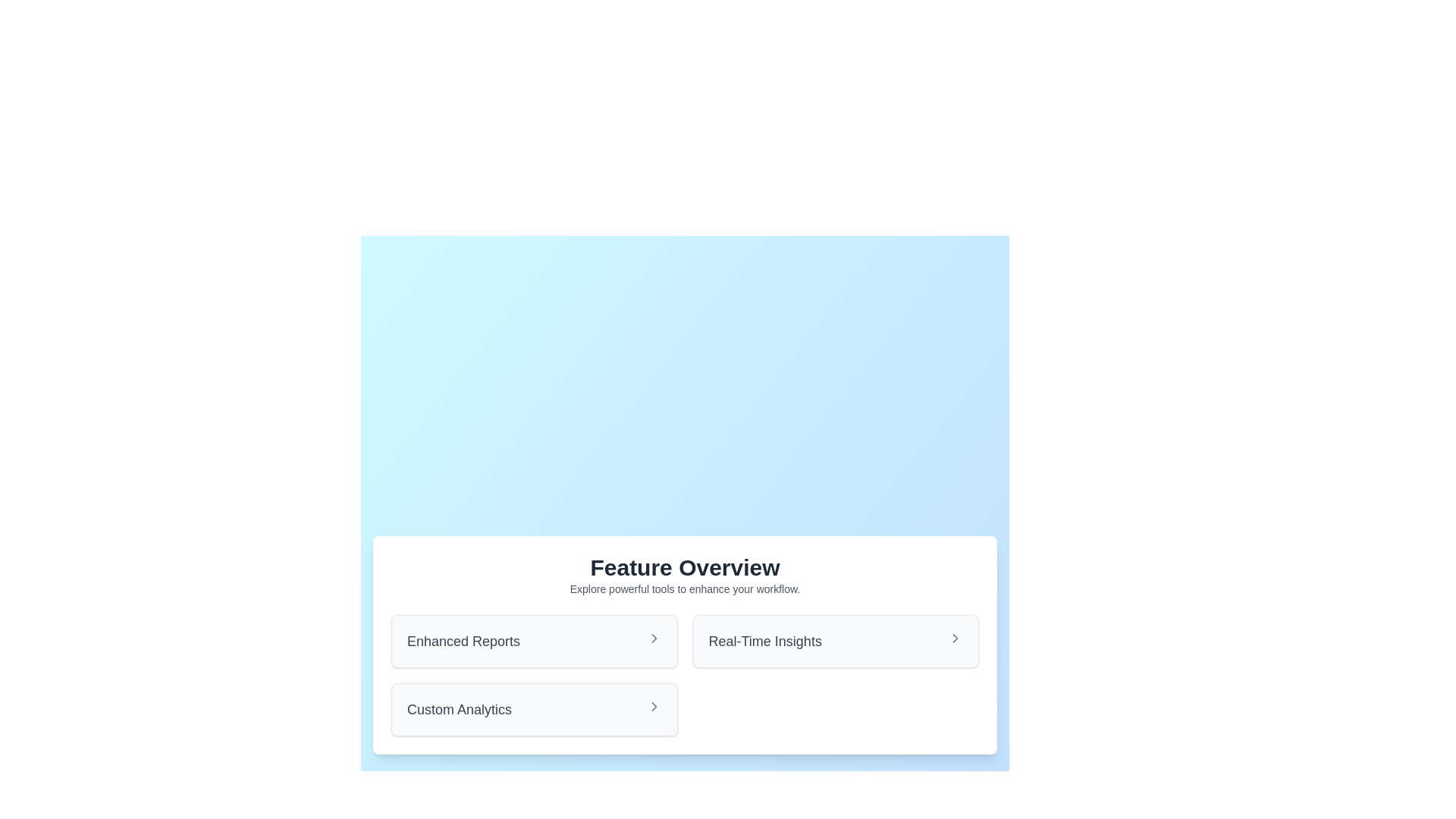 The width and height of the screenshot is (1456, 819). Describe the element at coordinates (684, 567) in the screenshot. I see `text header labeled 'Feature Overview' that is prominently displayed at the top of the card-like section` at that location.